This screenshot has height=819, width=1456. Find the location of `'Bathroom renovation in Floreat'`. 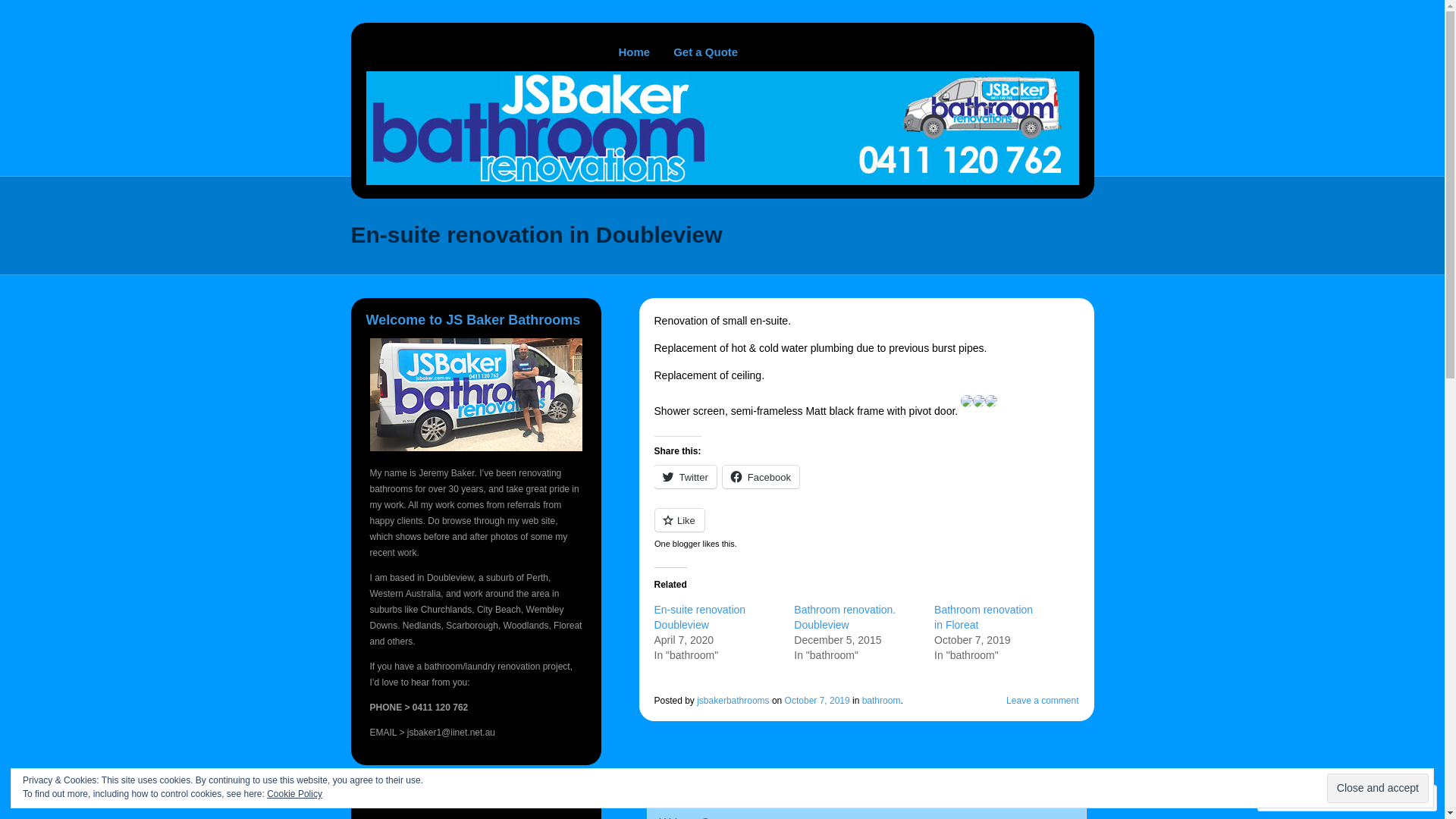

'Bathroom renovation in Floreat' is located at coordinates (934, 617).